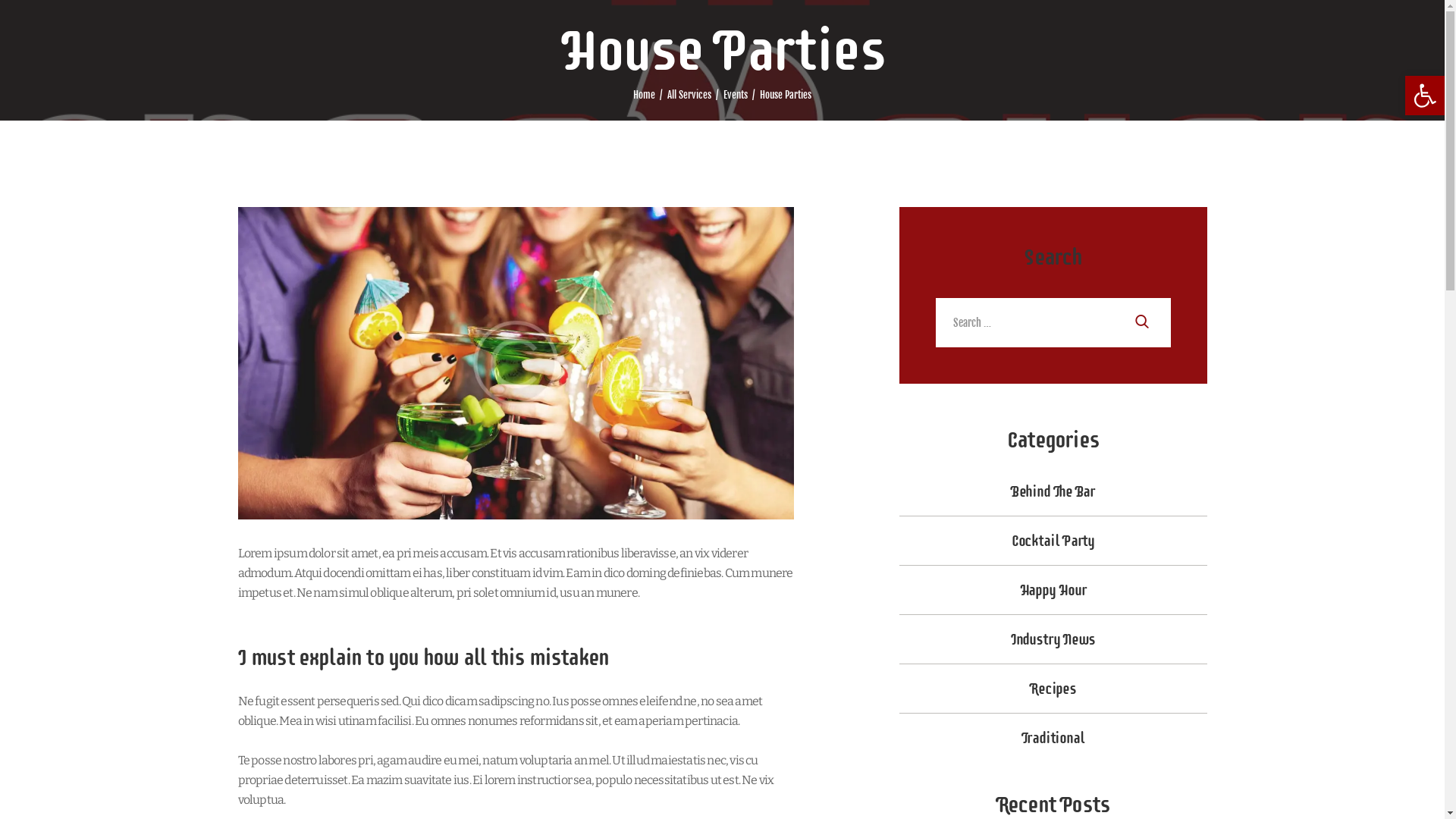  I want to click on 'Open toolbar, so click(1423, 96).